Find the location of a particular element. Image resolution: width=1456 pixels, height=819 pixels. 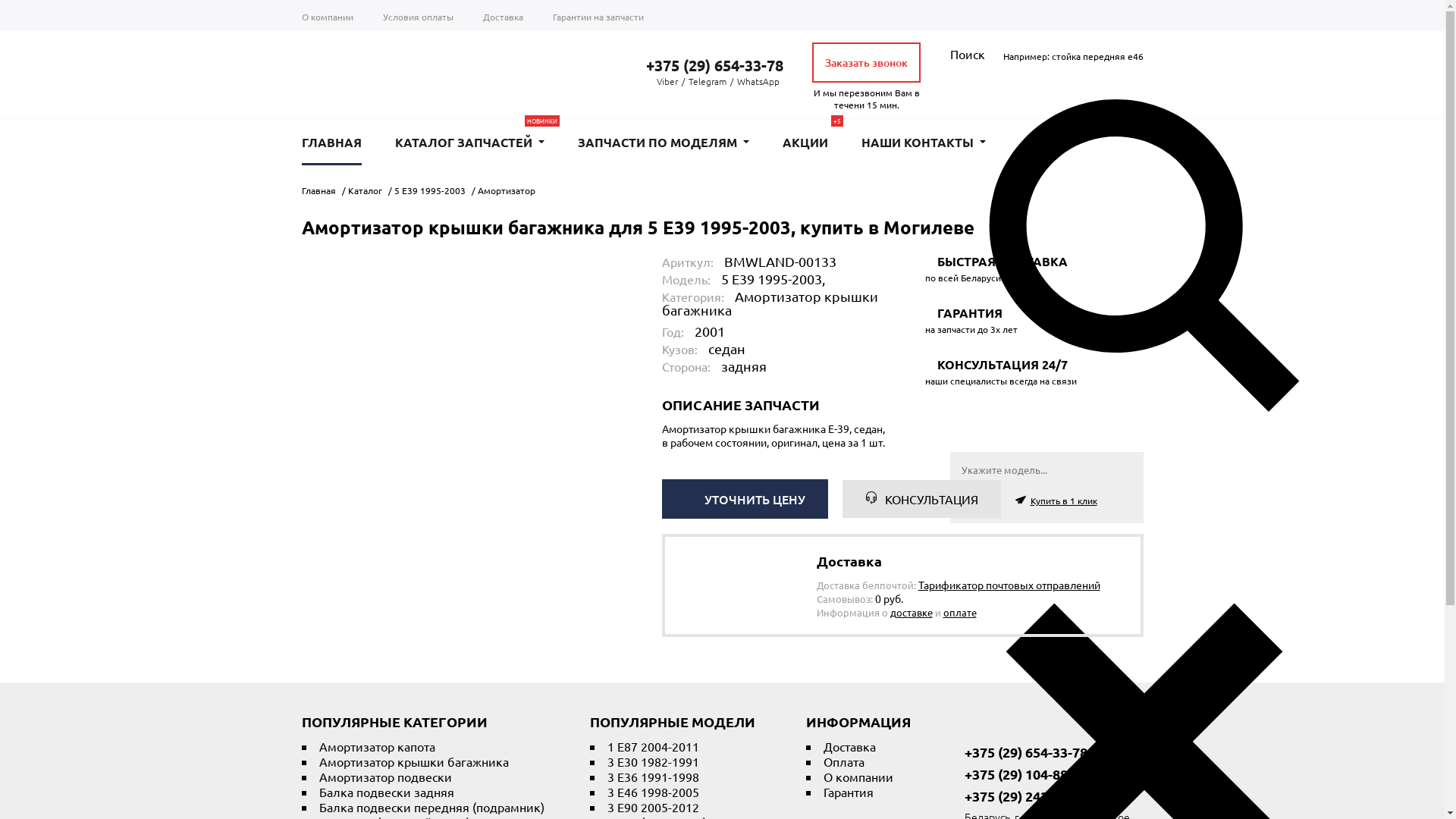

'+375 (29) 654-33-78' is located at coordinates (949, 752).